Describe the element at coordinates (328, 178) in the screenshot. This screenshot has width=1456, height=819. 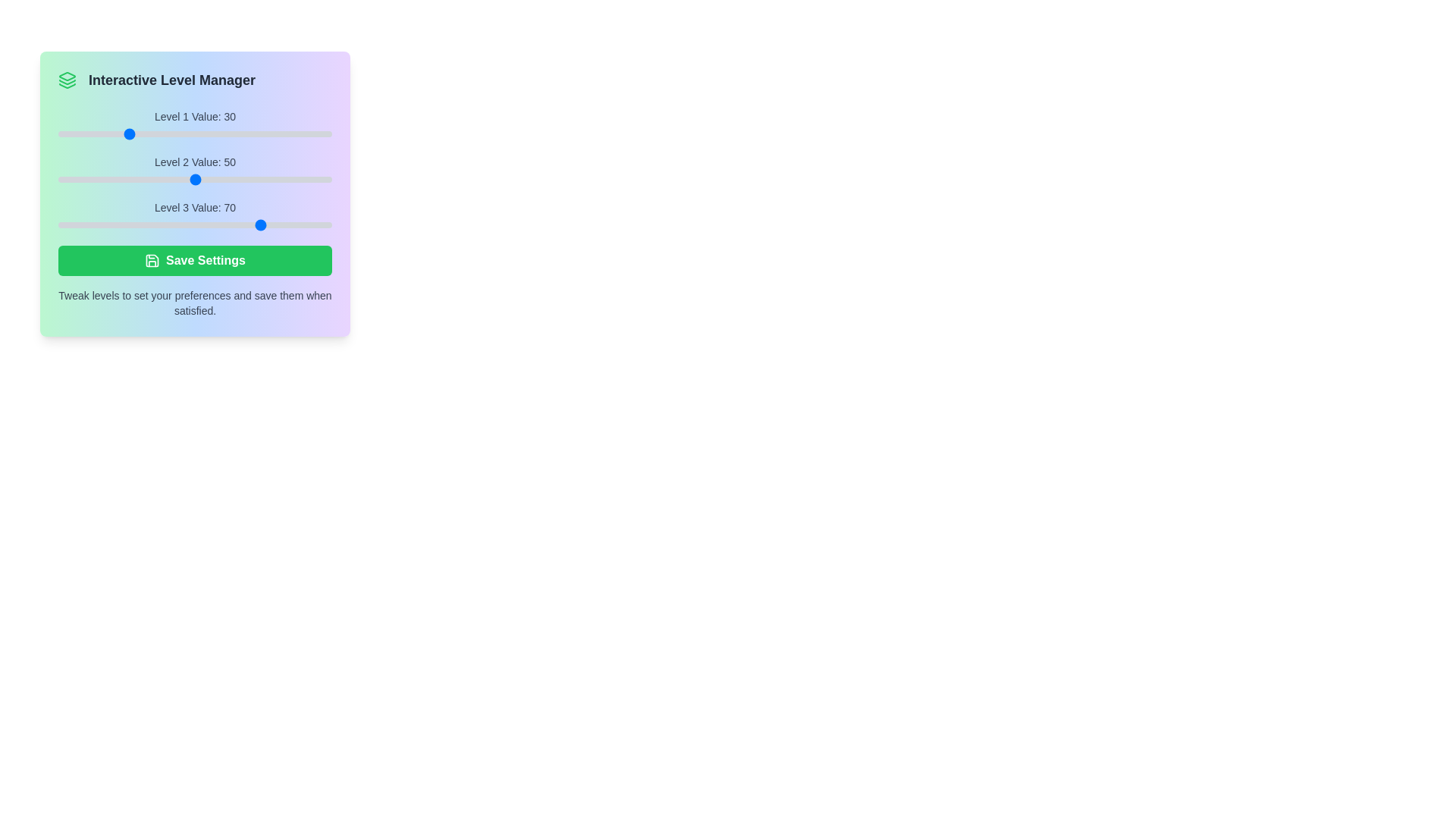
I see `the slider value` at that location.